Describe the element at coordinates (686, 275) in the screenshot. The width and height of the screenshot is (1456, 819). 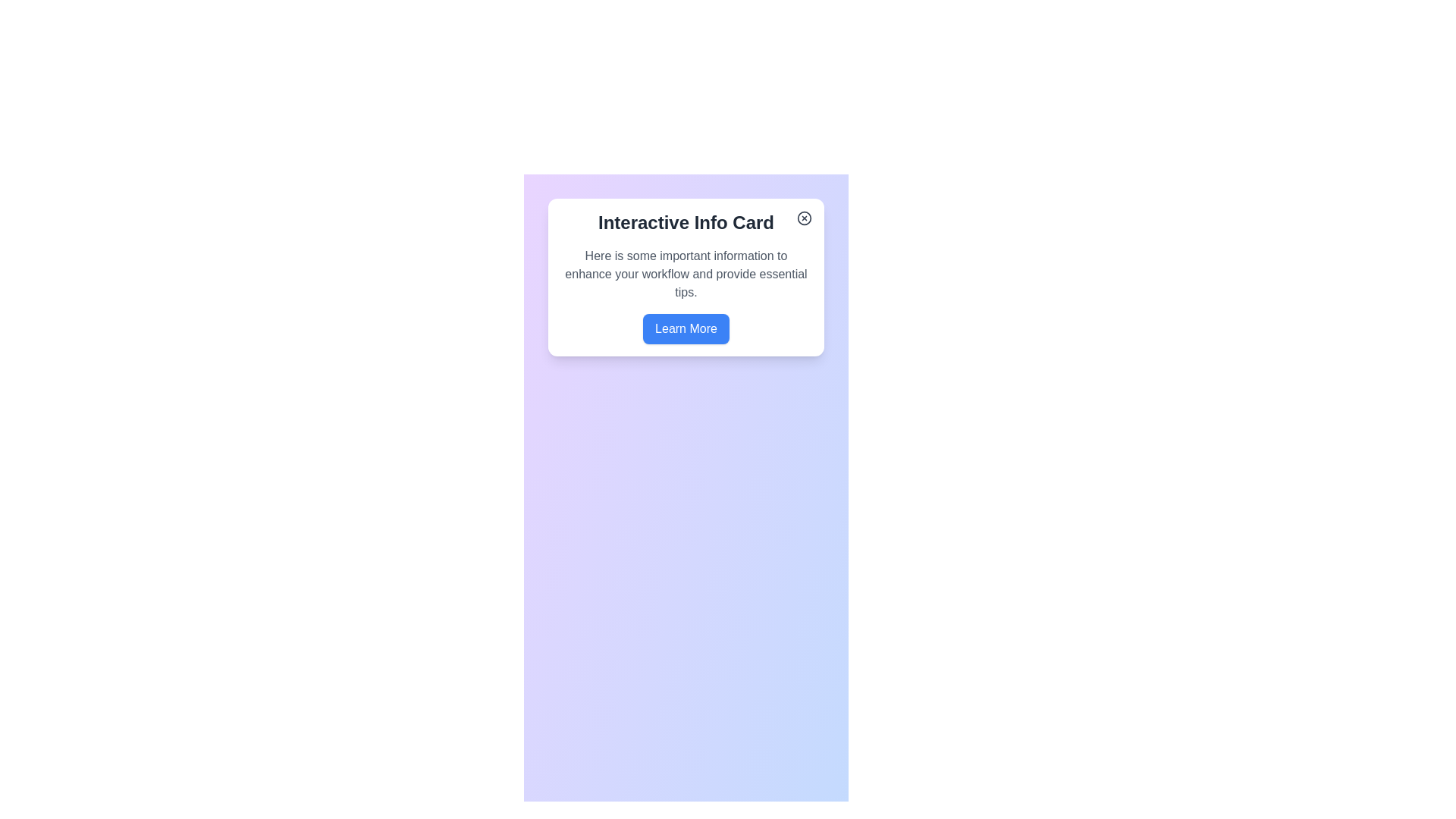
I see `the static text content styled with gray text color, located within a card below the title 'Interactive Info Card' and above the 'Learn More' button` at that location.